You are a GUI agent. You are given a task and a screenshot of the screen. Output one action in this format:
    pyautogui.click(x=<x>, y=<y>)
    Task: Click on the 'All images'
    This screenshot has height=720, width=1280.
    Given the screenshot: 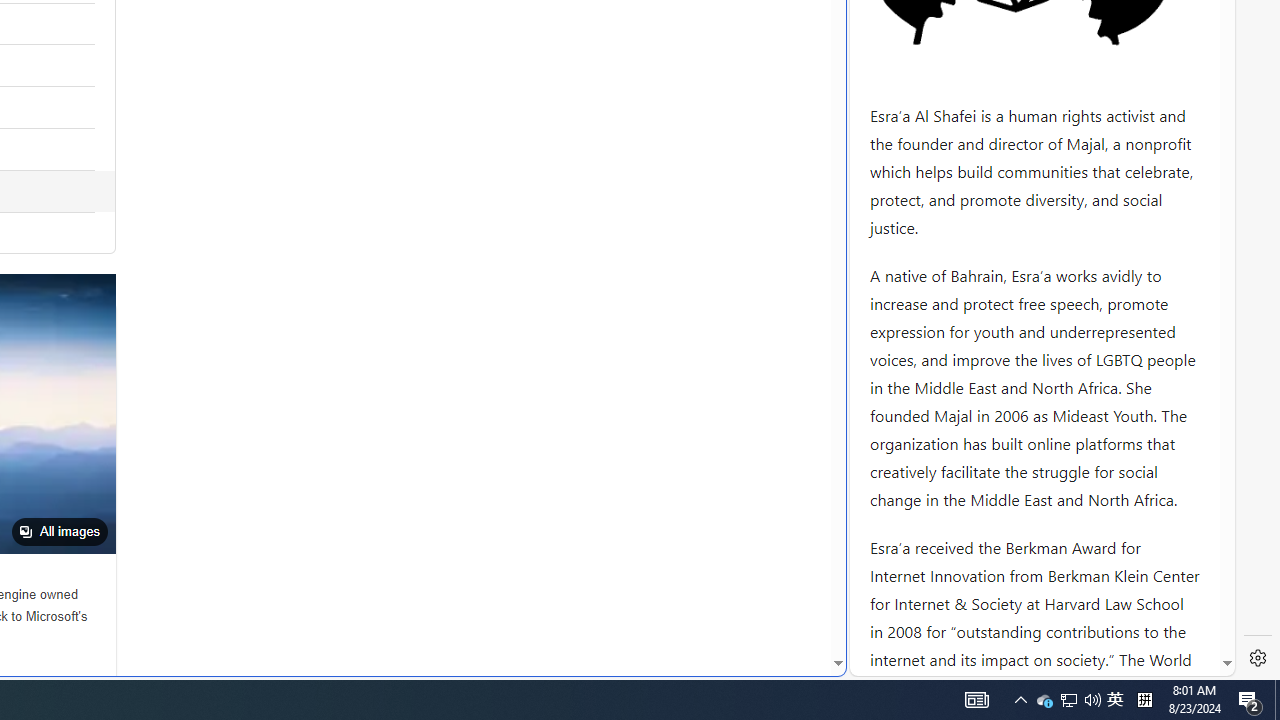 What is the action you would take?
    pyautogui.click(x=59, y=531)
    